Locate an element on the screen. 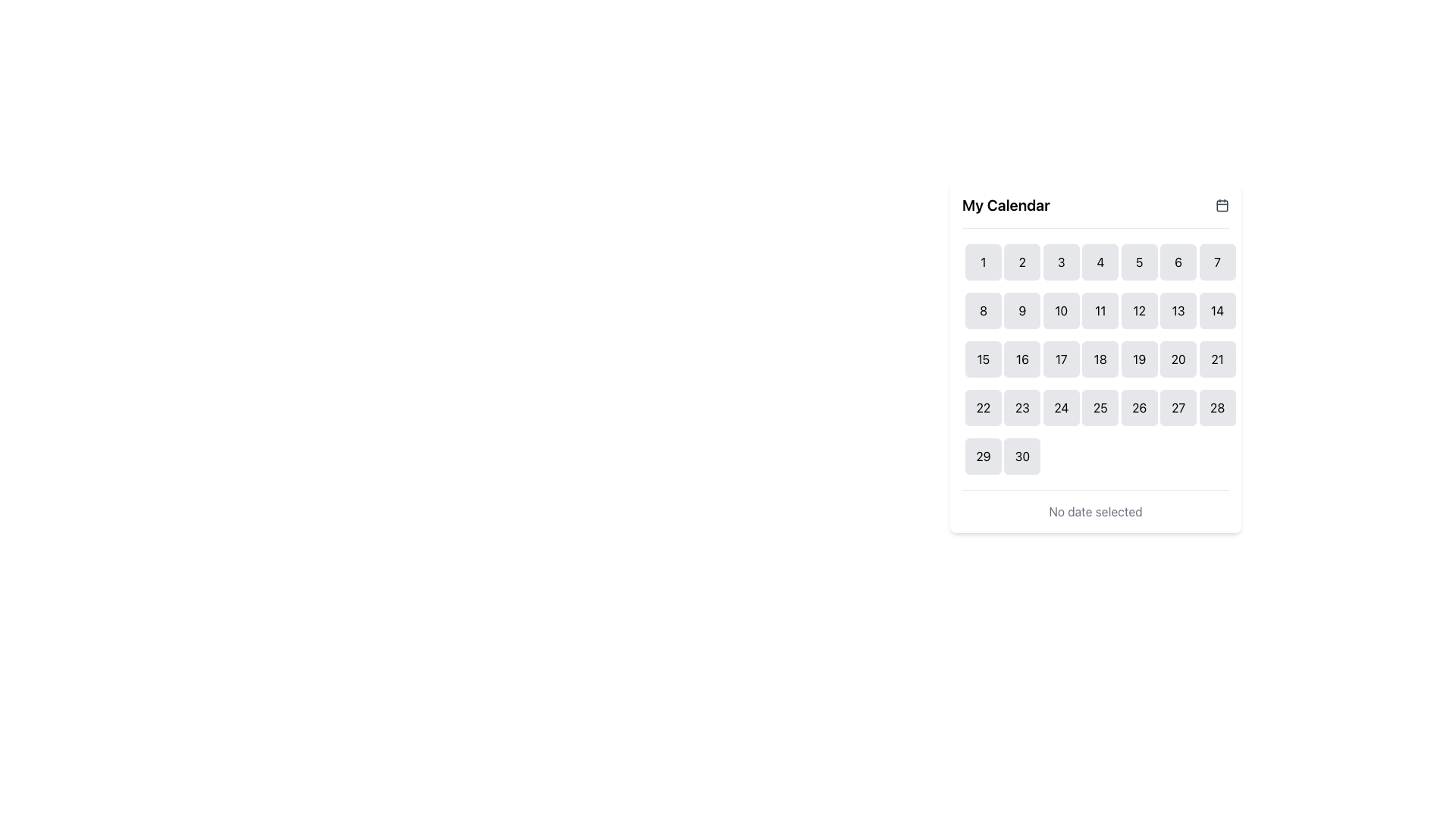 The height and width of the screenshot is (819, 1456). the button representing the 19th day in the calendar is located at coordinates (1139, 359).